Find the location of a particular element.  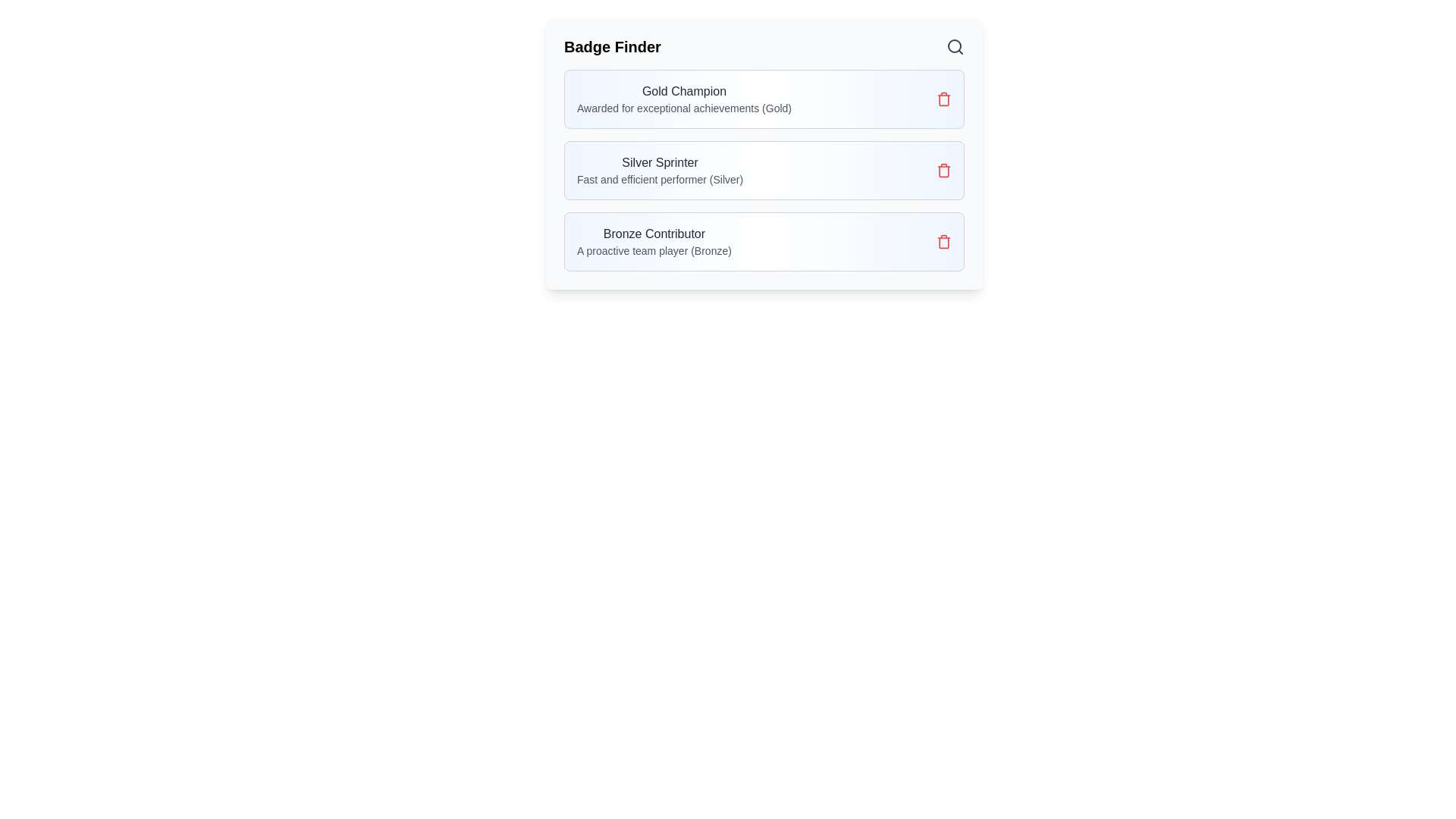

the trash bin icon button representing the delete action for the 'Gold Champion' item is located at coordinates (943, 99).